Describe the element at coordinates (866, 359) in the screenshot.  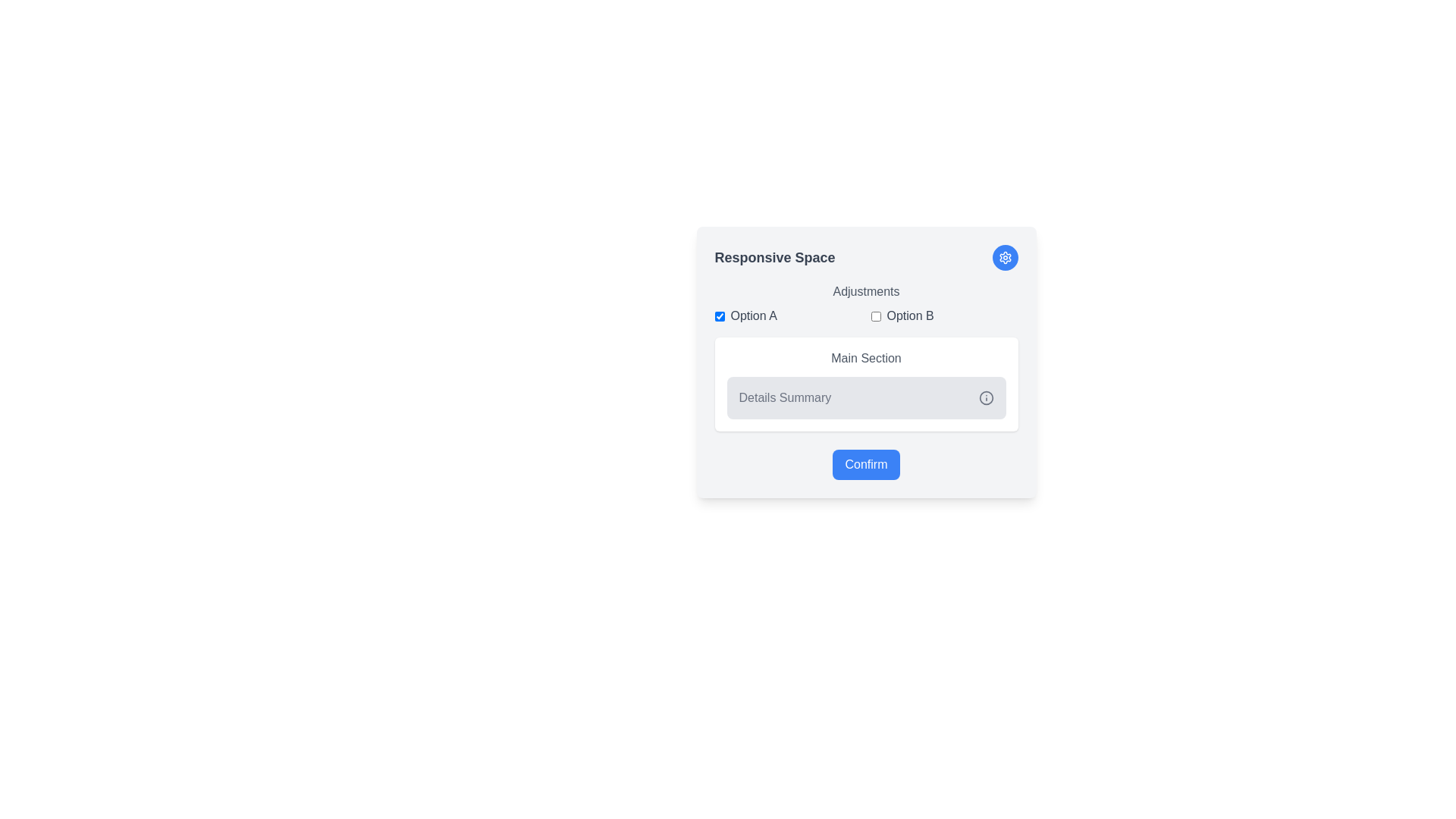
I see `the Text label that indicates the section title for 'Main Section', located above the 'Details Summary' text` at that location.